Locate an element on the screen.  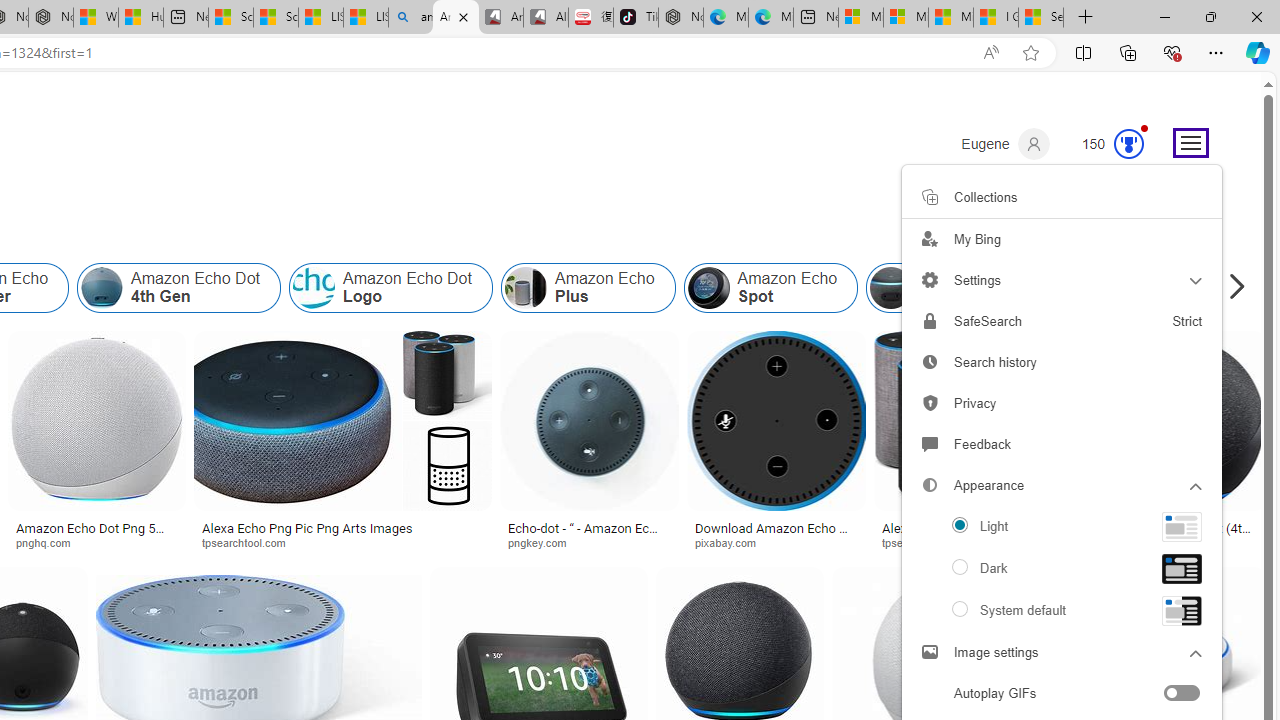
'Autoplay GIFs' is located at coordinates (1061, 692).